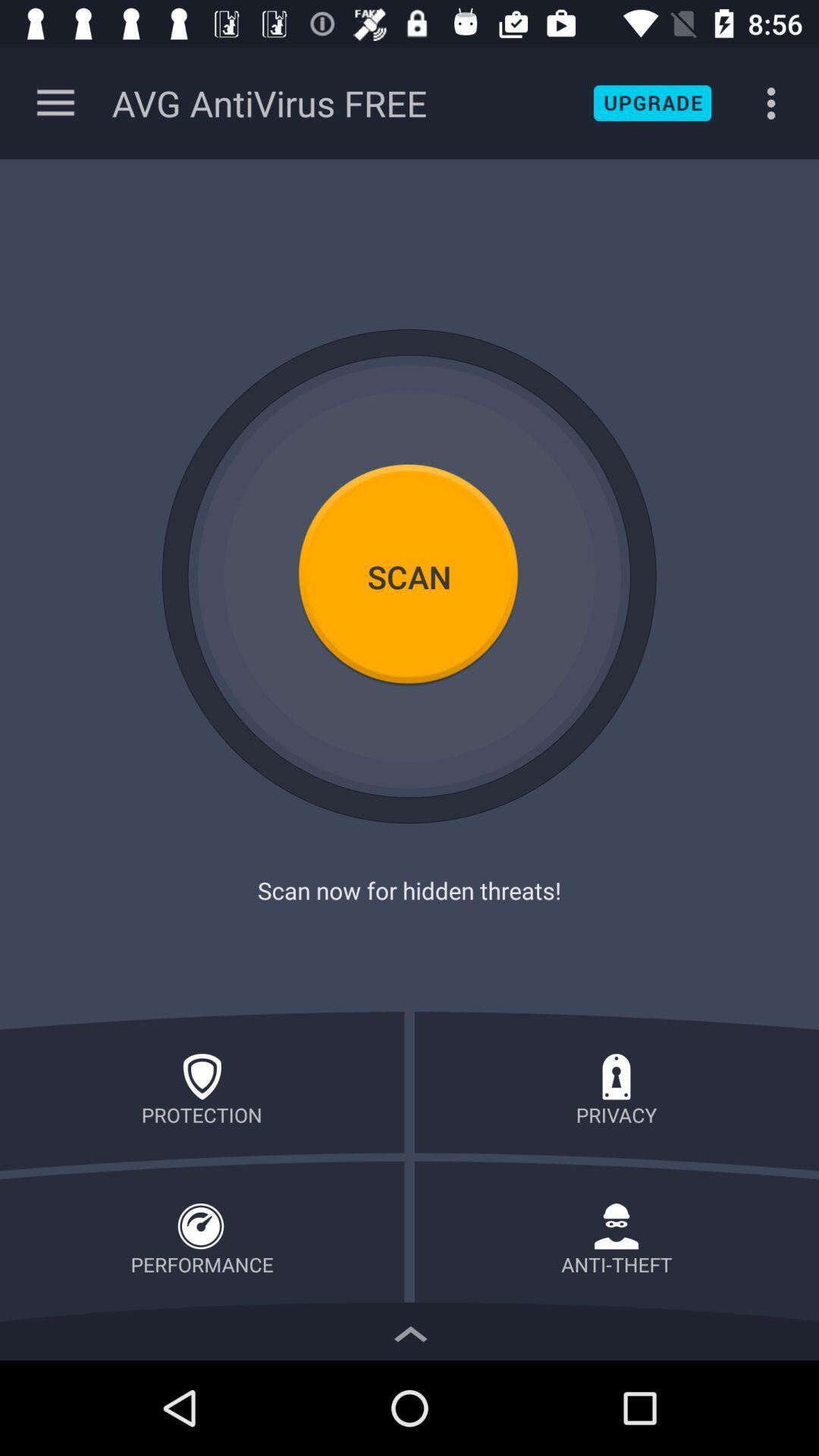 This screenshot has width=819, height=1456. Describe the element at coordinates (409, 576) in the screenshot. I see `scan option` at that location.